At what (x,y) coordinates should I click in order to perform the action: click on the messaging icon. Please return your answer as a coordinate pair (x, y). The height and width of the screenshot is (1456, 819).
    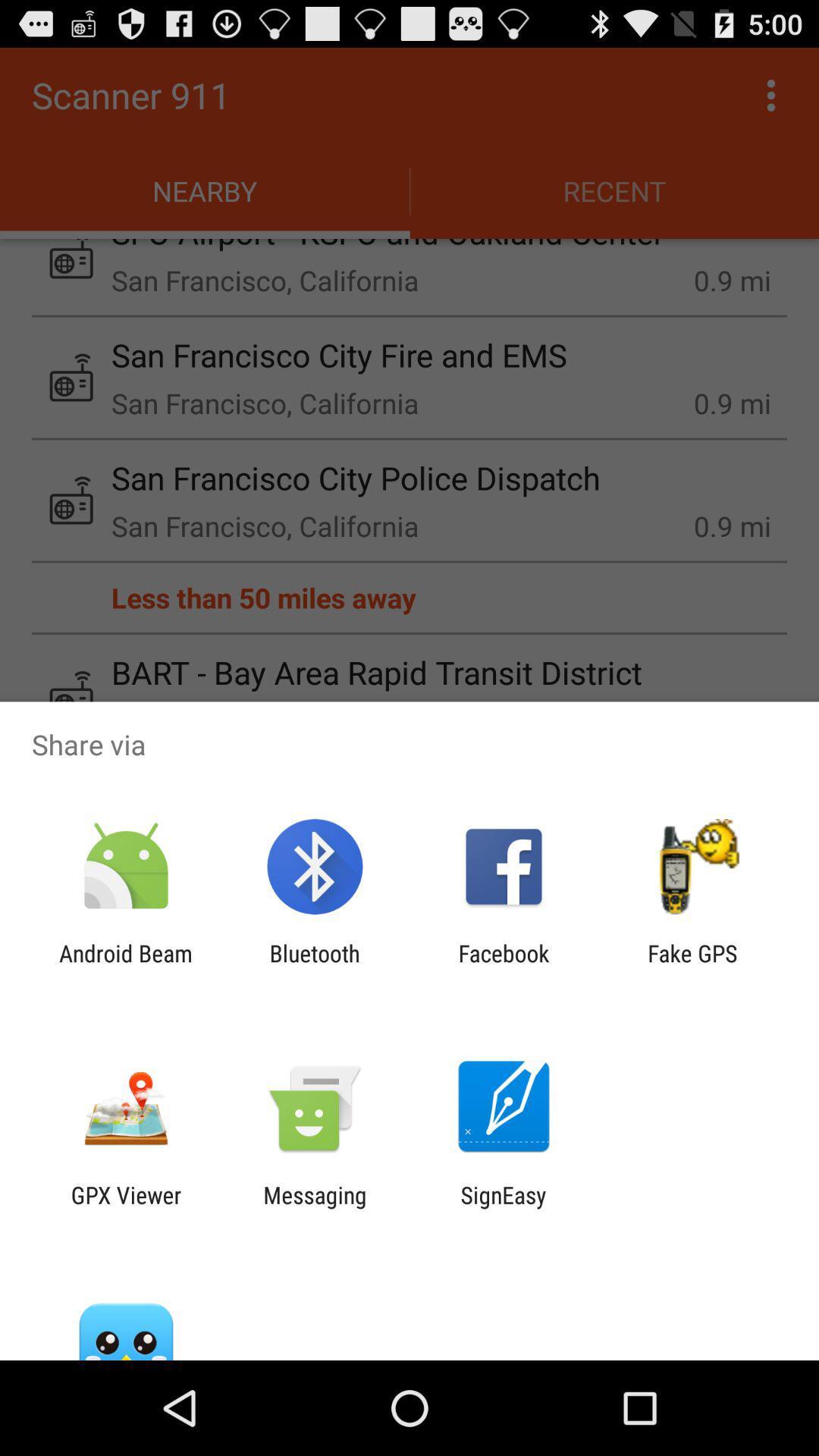
    Looking at the image, I should click on (314, 1207).